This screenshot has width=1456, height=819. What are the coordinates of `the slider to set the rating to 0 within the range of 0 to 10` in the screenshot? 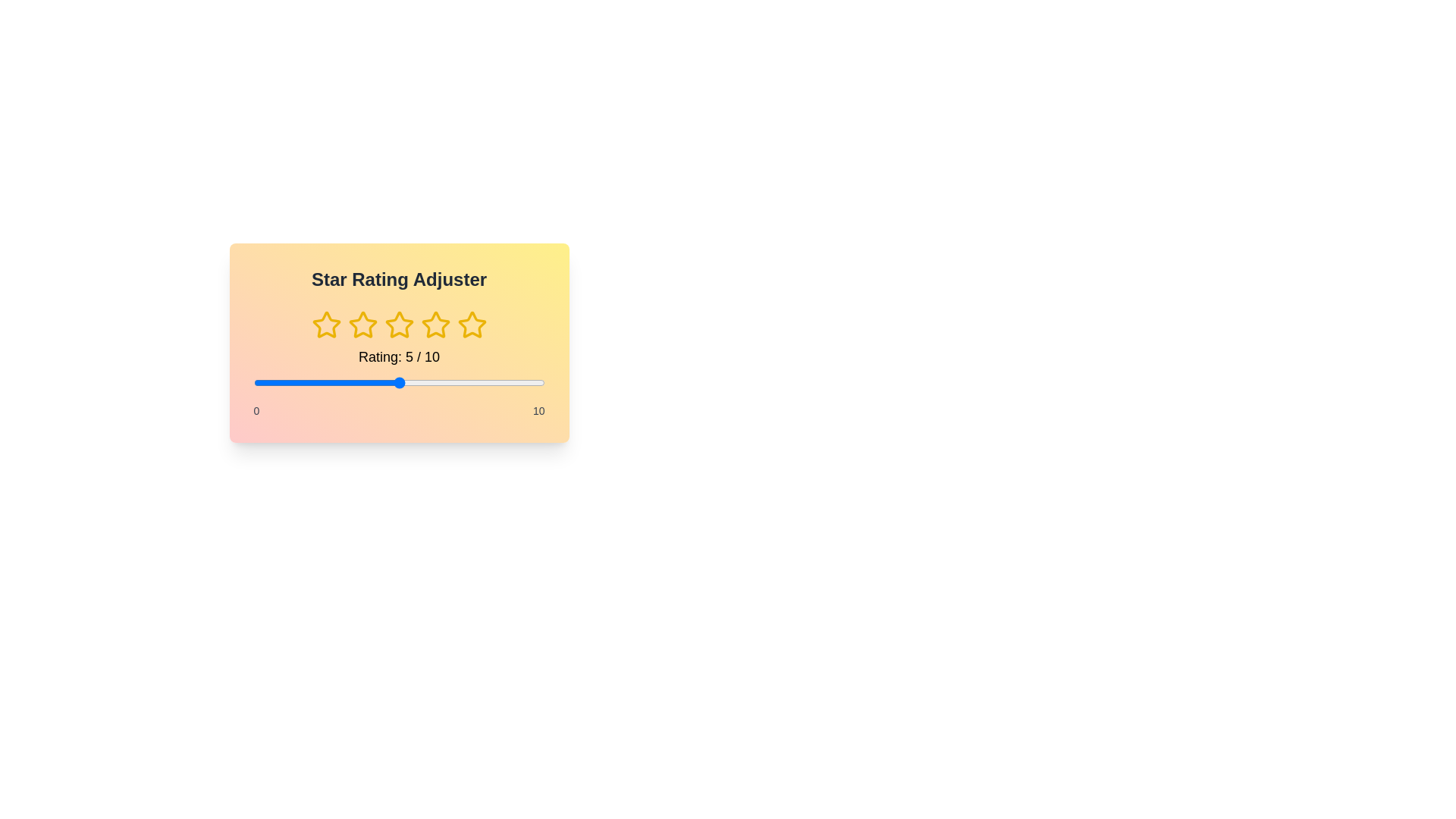 It's located at (253, 382).